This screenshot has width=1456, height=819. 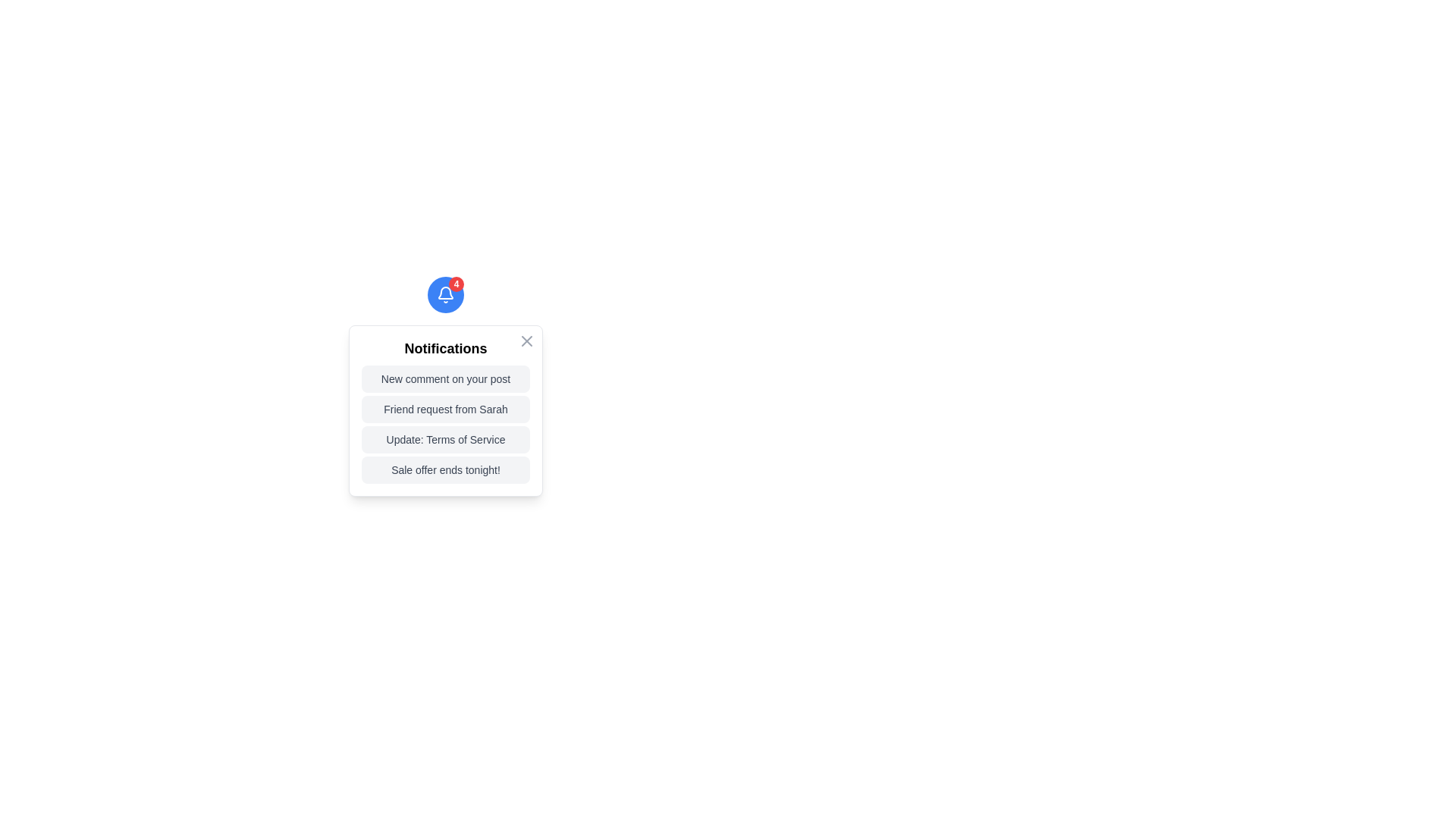 What do you see at coordinates (445, 295) in the screenshot?
I see `the blue circular icon button in the notification section` at bounding box center [445, 295].